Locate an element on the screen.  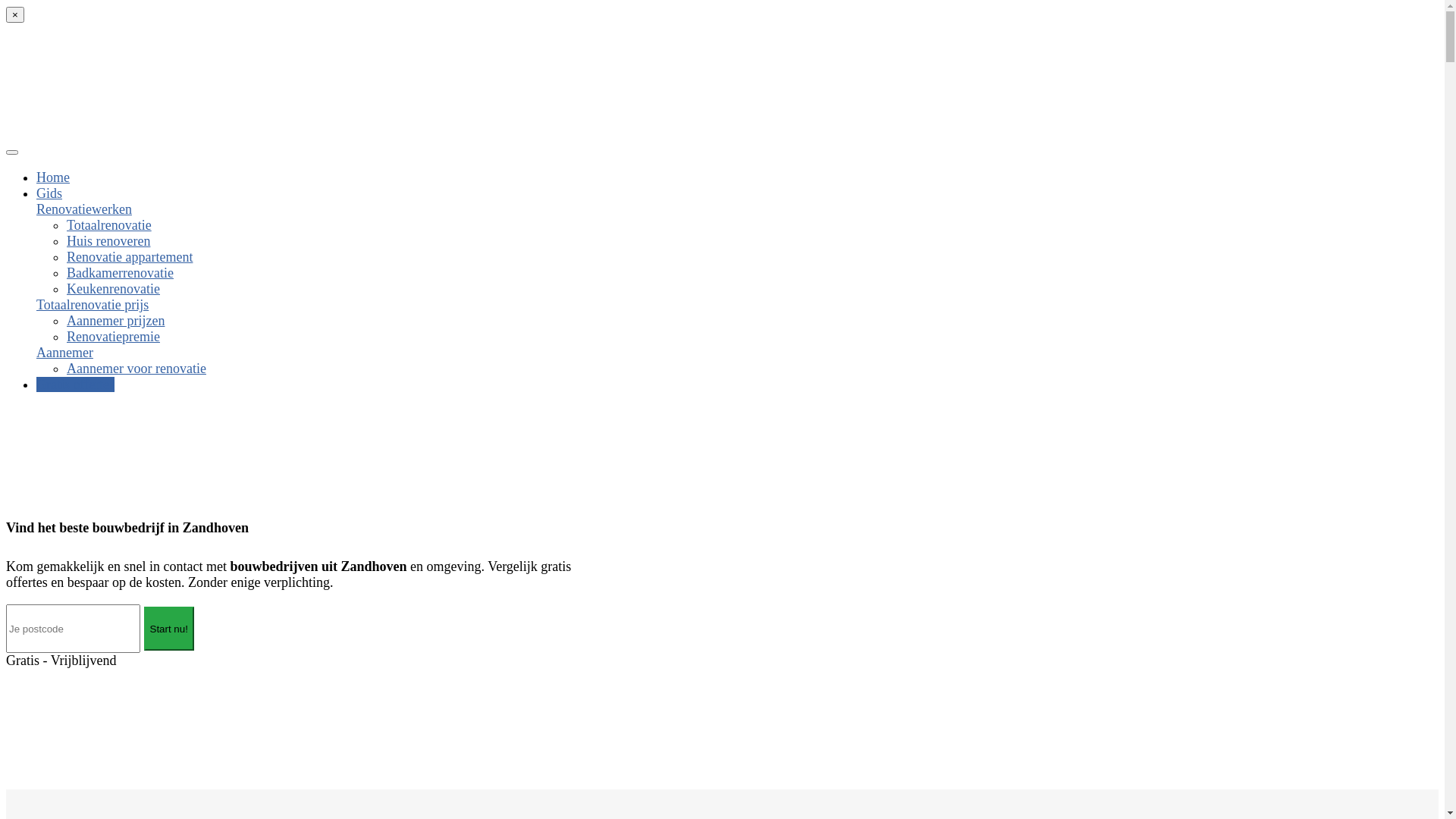
'Renovatiepremie' is located at coordinates (112, 335).